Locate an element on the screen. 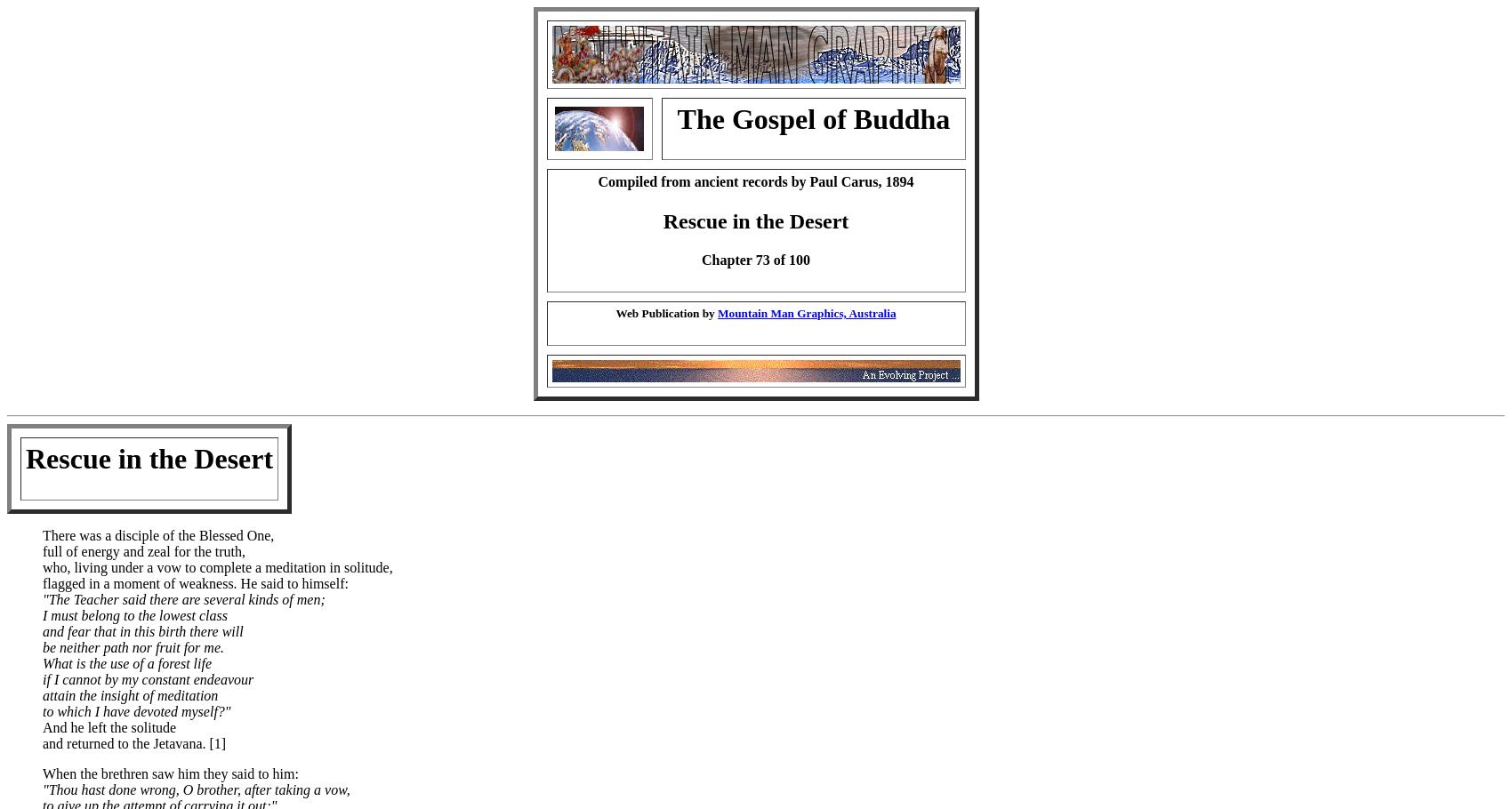  'And  he  left the solitude' is located at coordinates (109, 726).